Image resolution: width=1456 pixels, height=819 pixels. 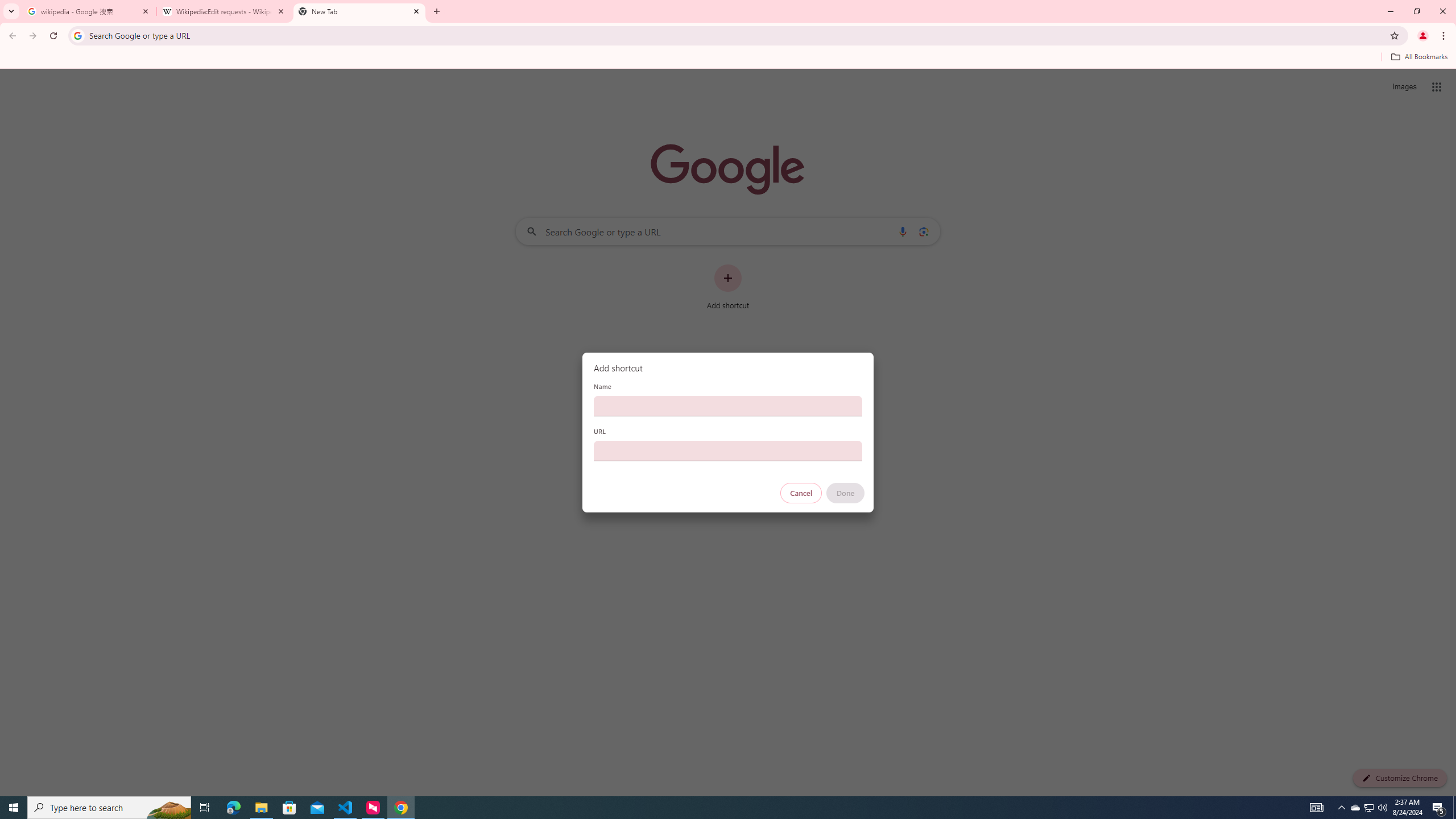 What do you see at coordinates (359, 11) in the screenshot?
I see `'New Tab'` at bounding box center [359, 11].